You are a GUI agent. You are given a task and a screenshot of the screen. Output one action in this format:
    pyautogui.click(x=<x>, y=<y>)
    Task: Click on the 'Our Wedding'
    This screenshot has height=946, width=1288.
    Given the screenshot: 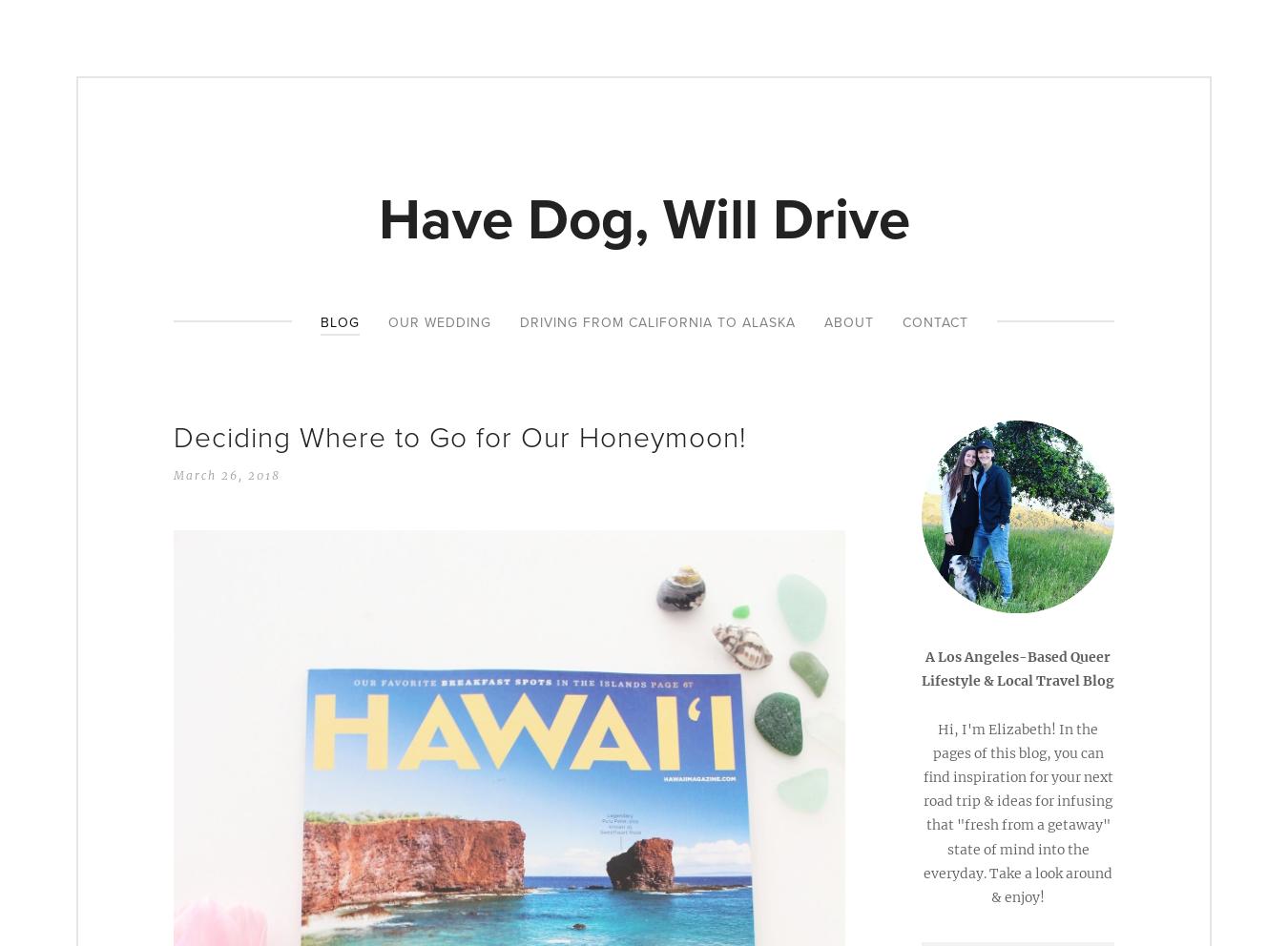 What is the action you would take?
    pyautogui.click(x=437, y=321)
    